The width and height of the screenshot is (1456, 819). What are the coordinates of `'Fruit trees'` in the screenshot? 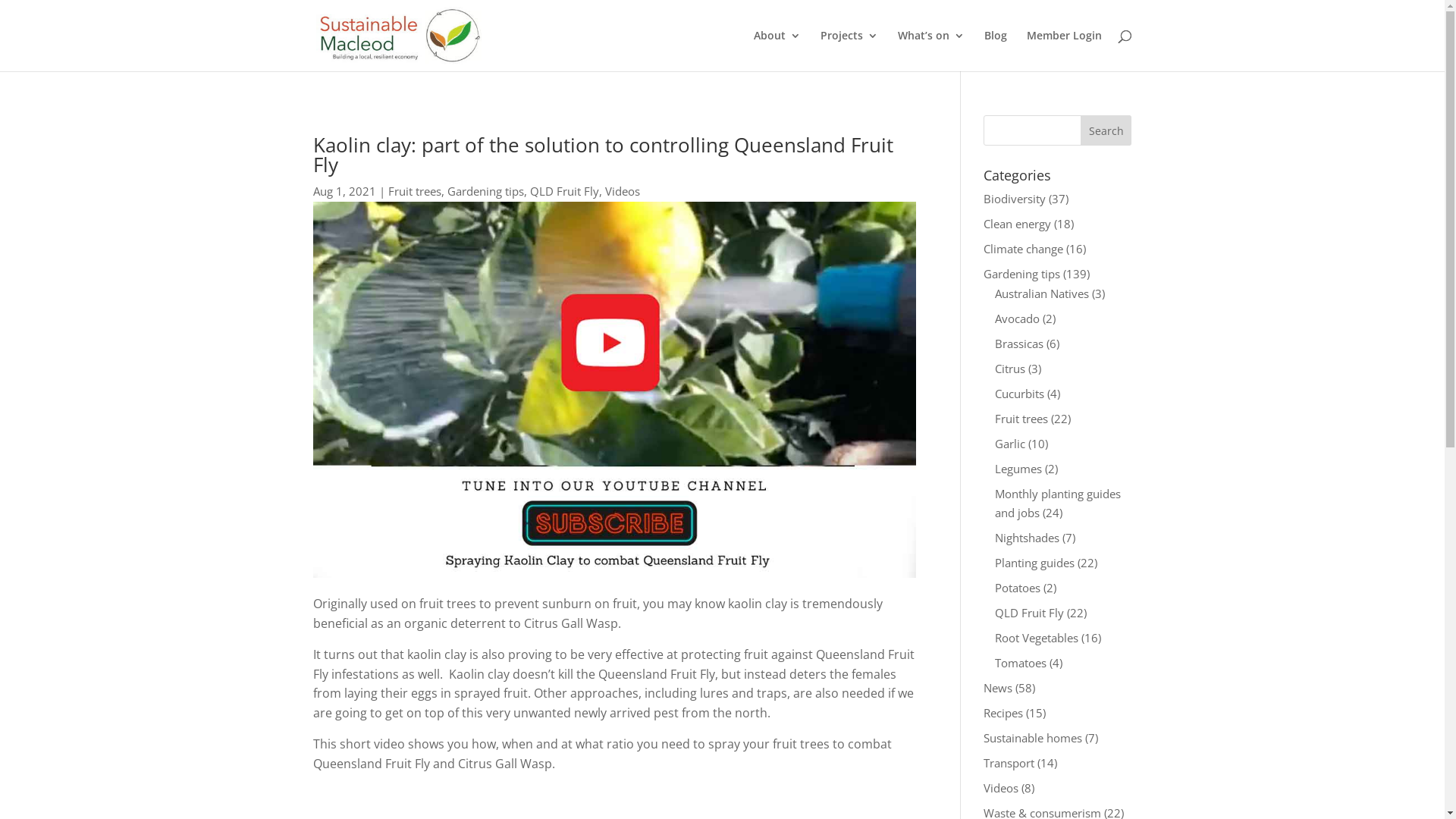 It's located at (415, 190).